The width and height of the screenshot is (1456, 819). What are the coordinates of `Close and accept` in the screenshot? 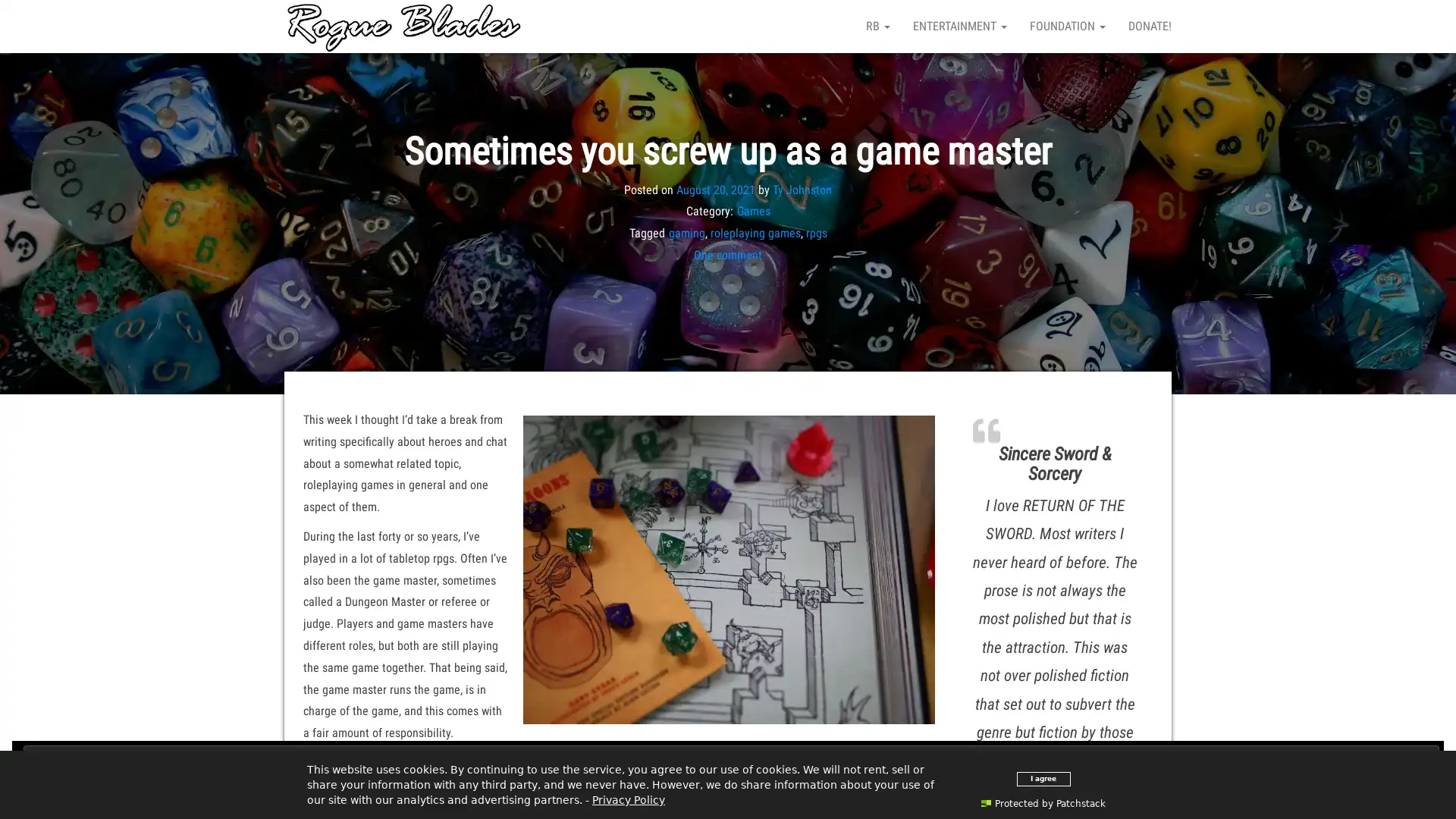 It's located at (731, 760).